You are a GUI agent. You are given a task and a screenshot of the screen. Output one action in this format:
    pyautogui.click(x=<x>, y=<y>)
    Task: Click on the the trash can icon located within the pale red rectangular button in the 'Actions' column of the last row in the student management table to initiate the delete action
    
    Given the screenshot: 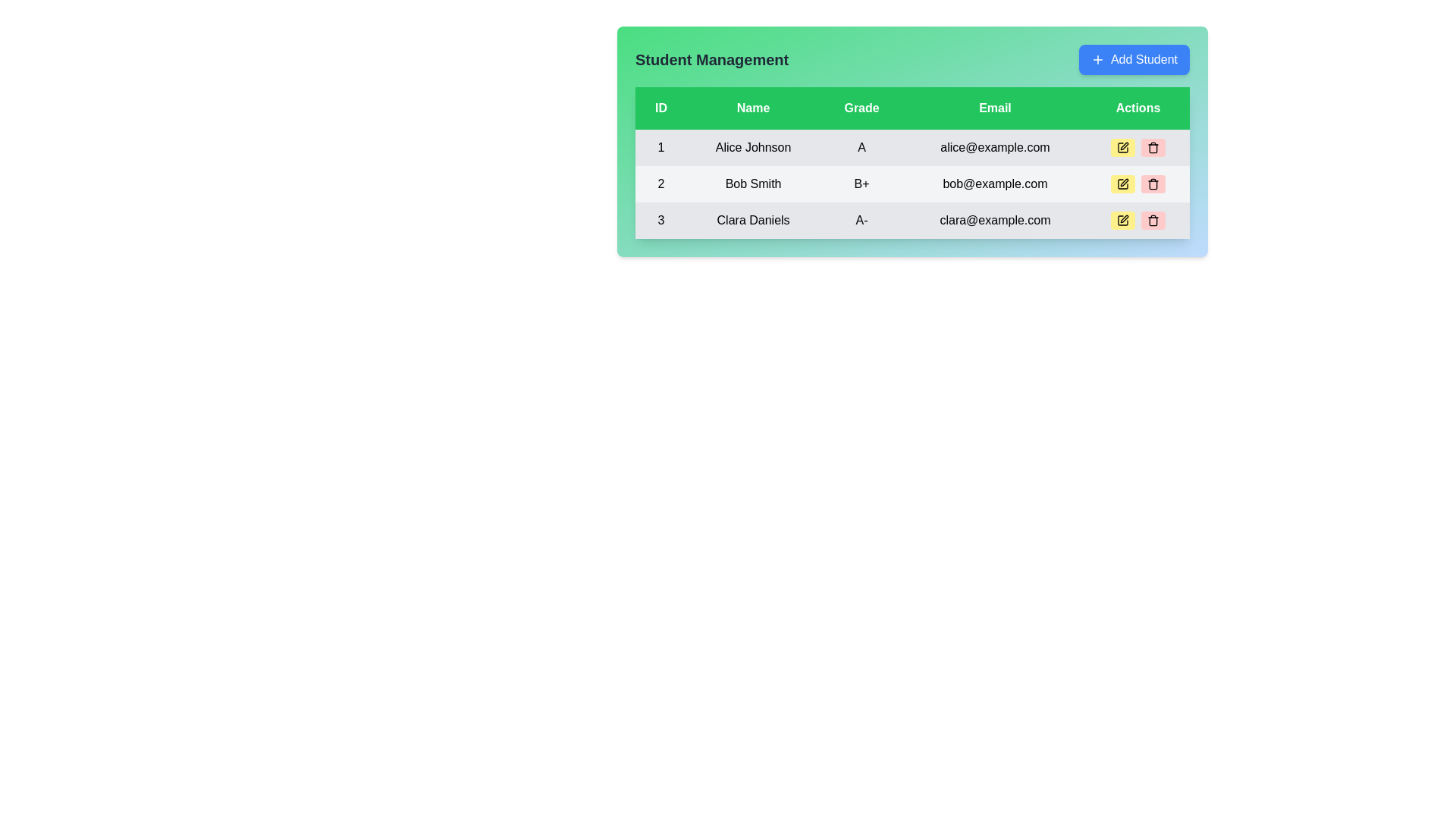 What is the action you would take?
    pyautogui.click(x=1153, y=220)
    